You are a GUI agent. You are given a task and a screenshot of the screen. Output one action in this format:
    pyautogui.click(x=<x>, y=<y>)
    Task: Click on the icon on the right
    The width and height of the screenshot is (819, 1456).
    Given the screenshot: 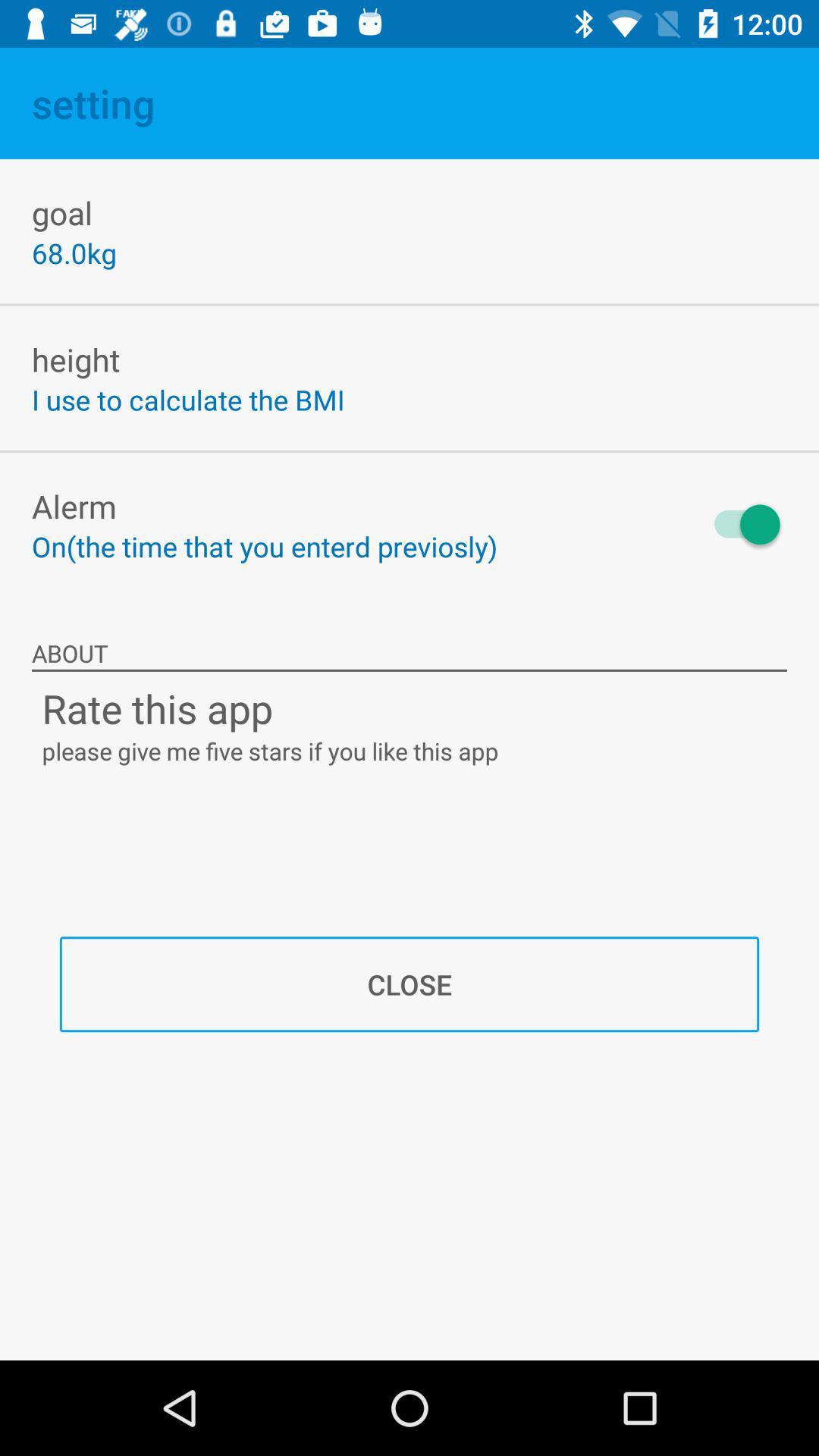 What is the action you would take?
    pyautogui.click(x=739, y=524)
    